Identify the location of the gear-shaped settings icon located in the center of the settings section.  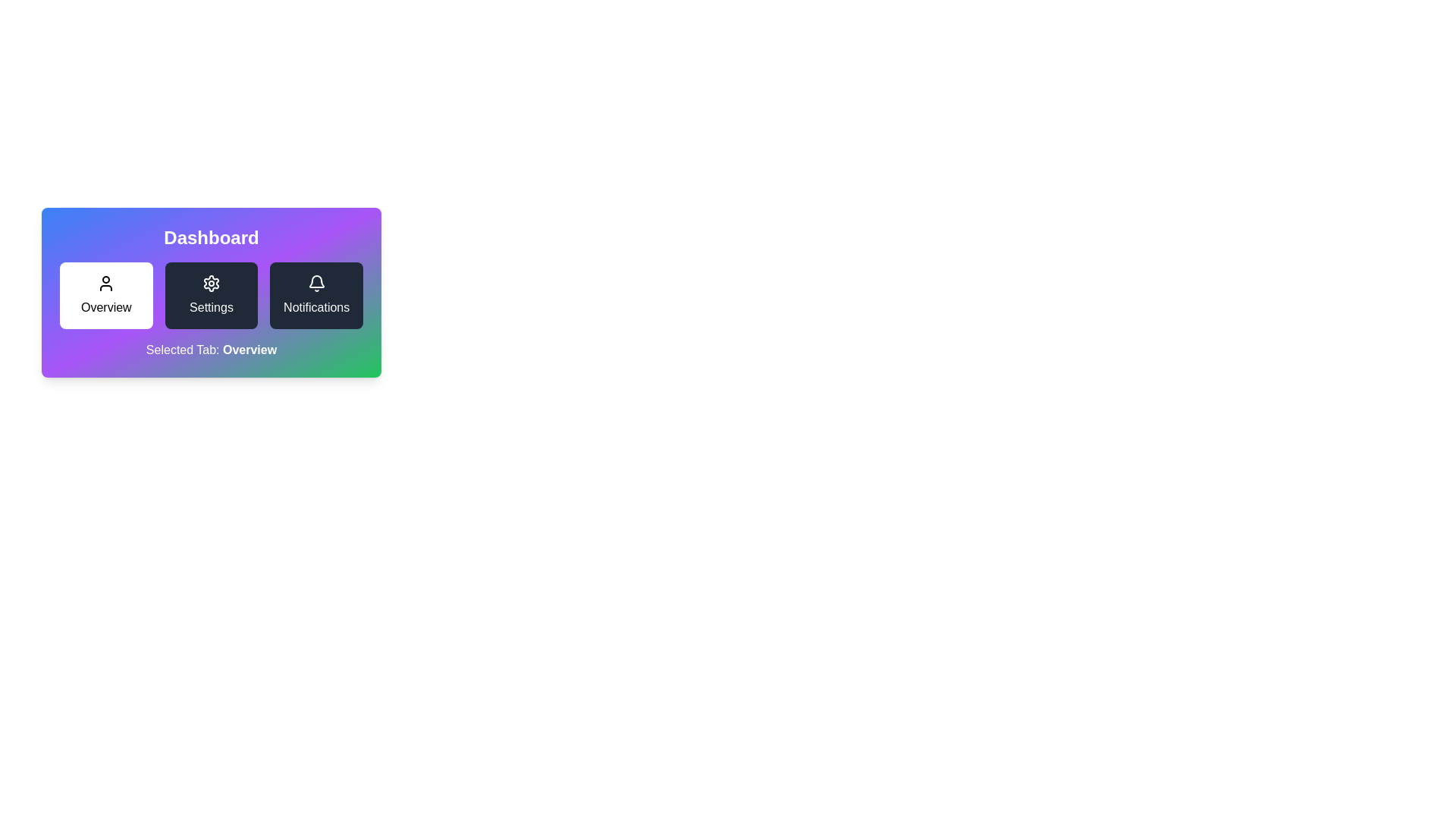
(210, 284).